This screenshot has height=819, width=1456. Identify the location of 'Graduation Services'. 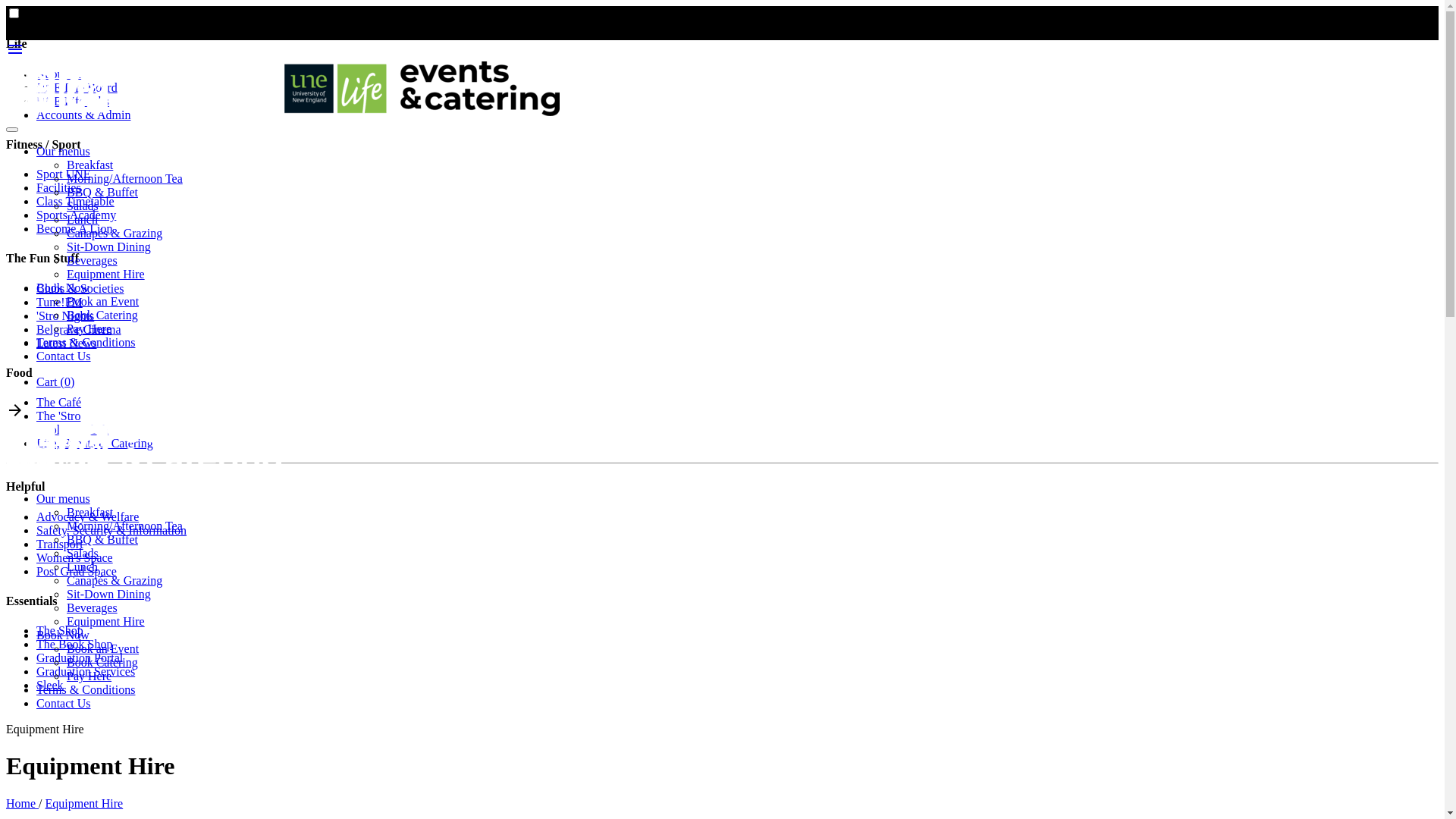
(85, 670).